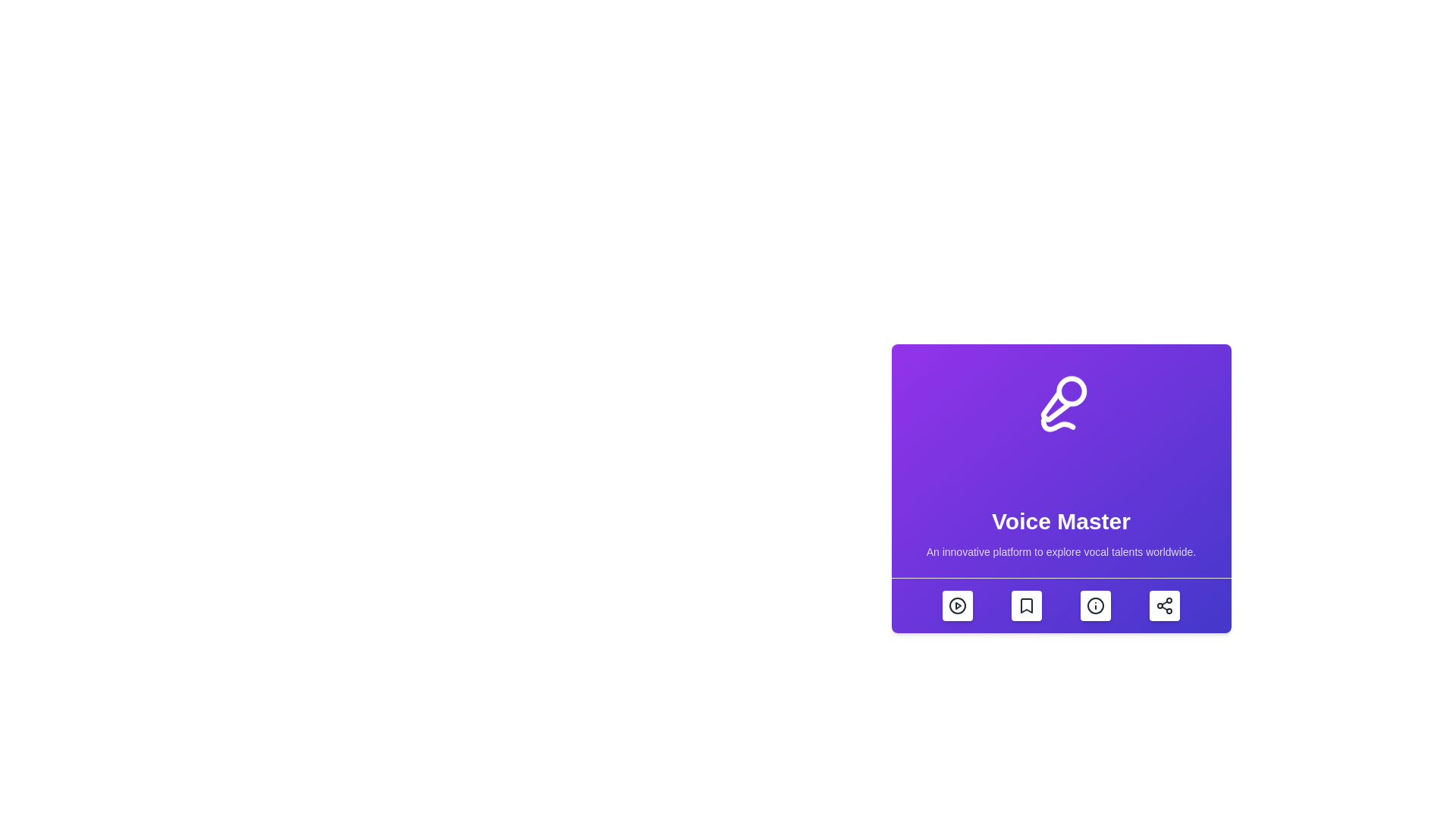  I want to click on the innermost circular shape of the microphone icon, which is centered within a prominent purple square background, so click(1070, 397).